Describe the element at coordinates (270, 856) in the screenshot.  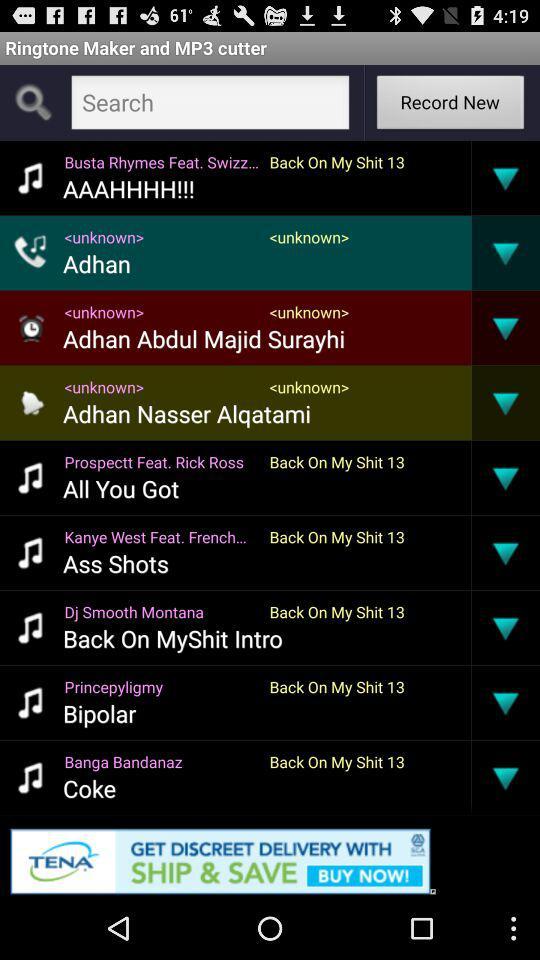
I see `opens an advertisement` at that location.